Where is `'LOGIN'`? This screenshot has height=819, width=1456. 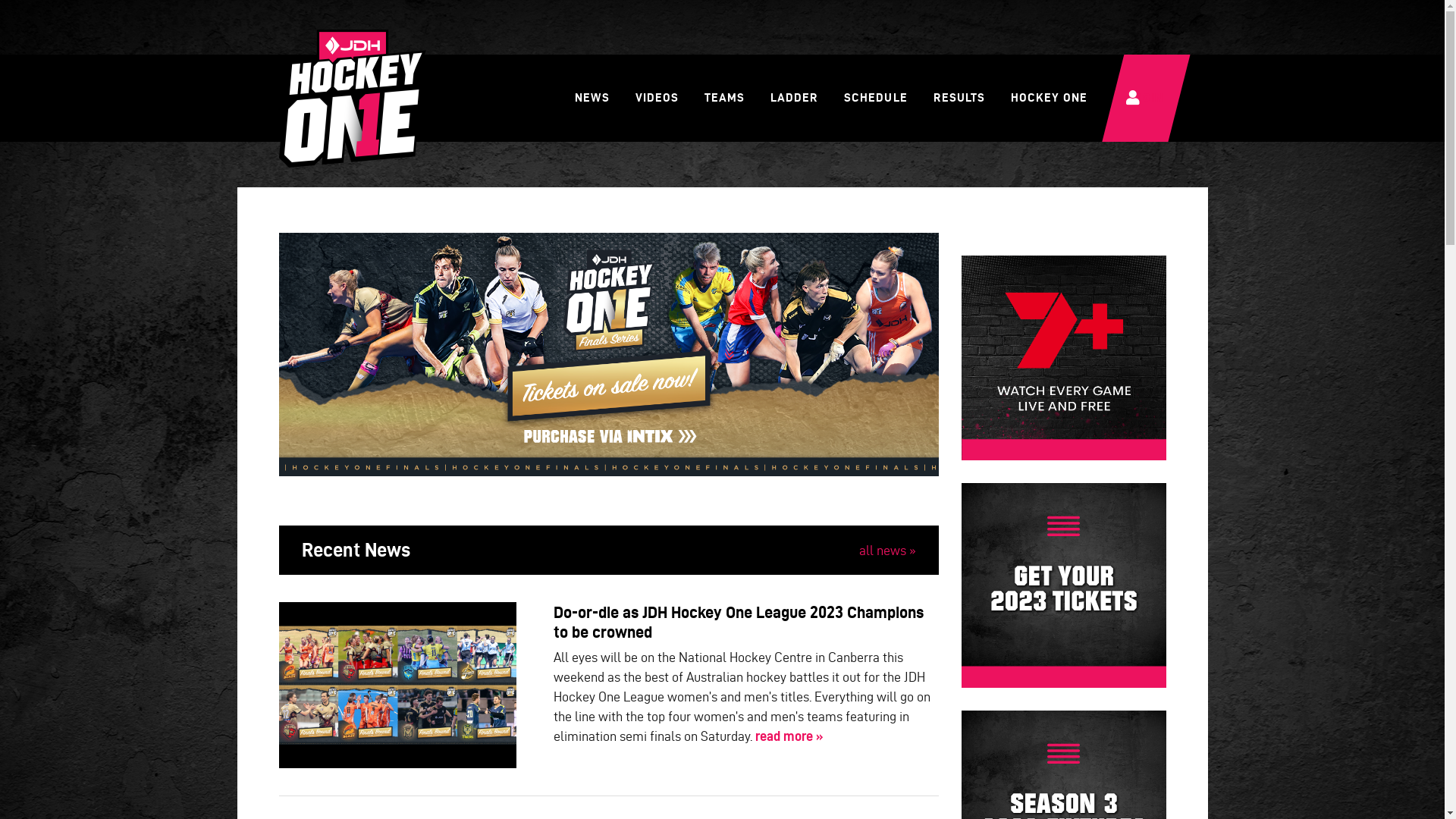 'LOGIN' is located at coordinates (1146, 98).